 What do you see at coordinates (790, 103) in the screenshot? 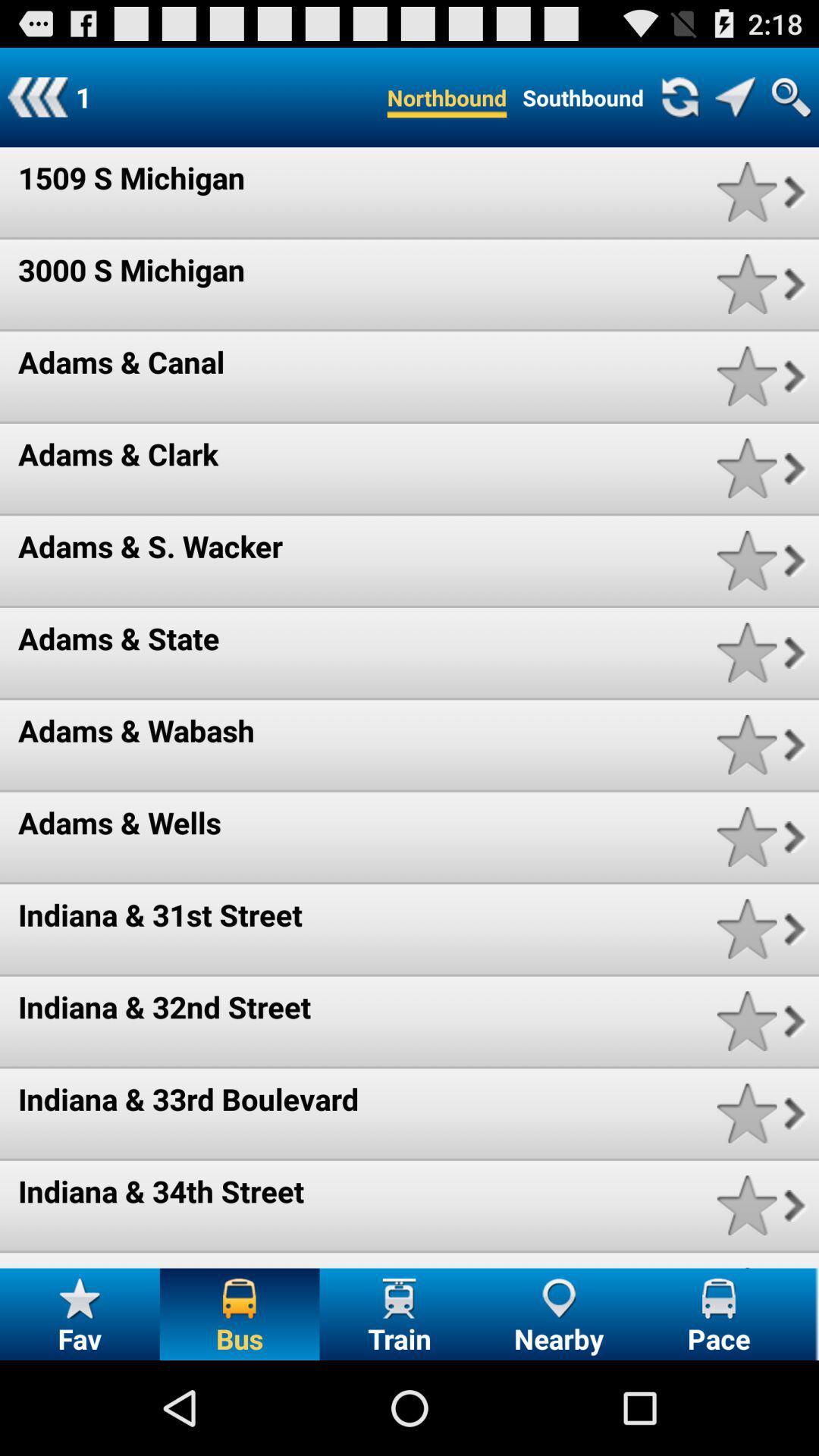
I see `the search icon` at bounding box center [790, 103].